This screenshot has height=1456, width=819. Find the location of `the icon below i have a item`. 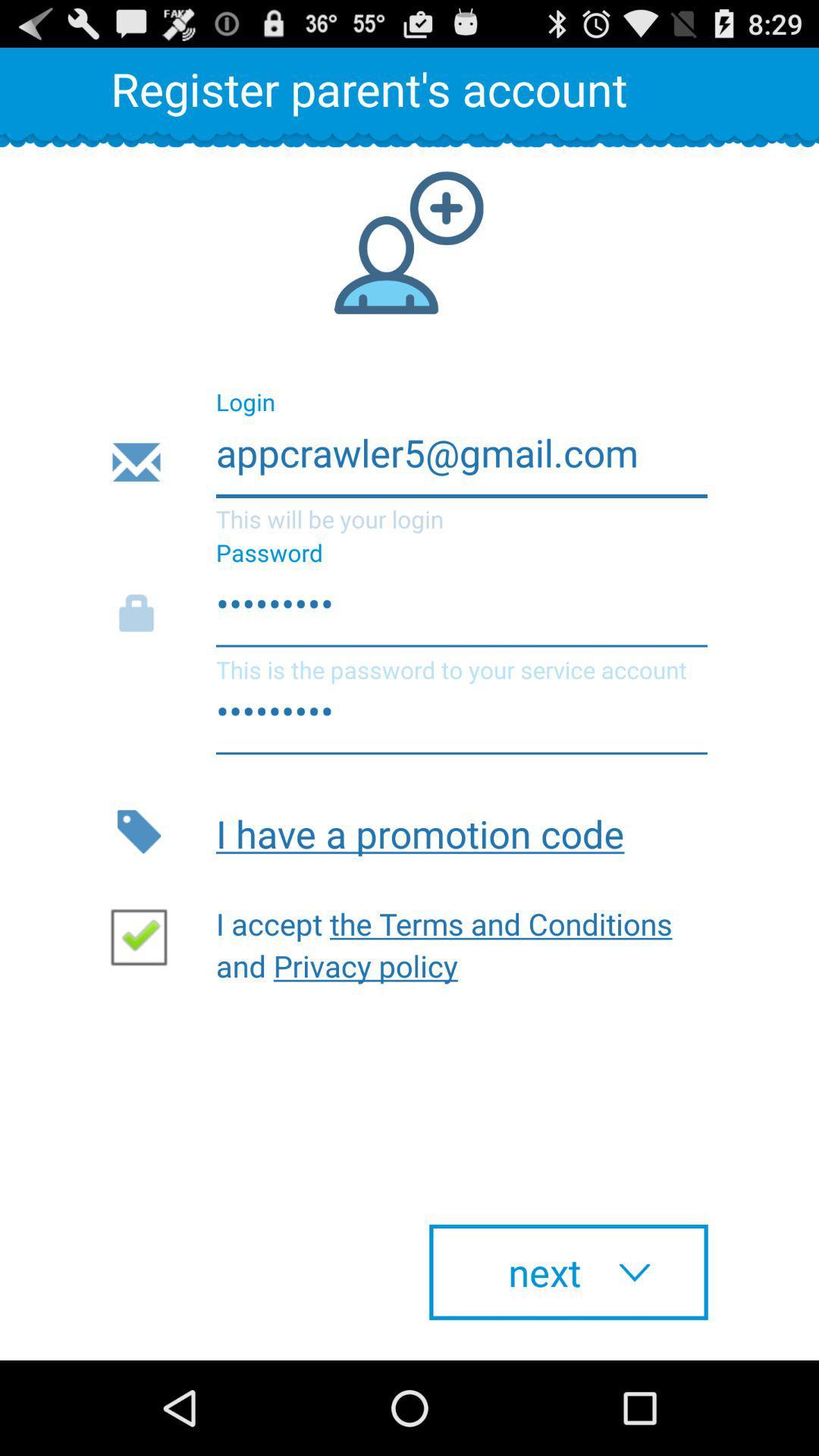

the icon below i have a item is located at coordinates (450, 940).